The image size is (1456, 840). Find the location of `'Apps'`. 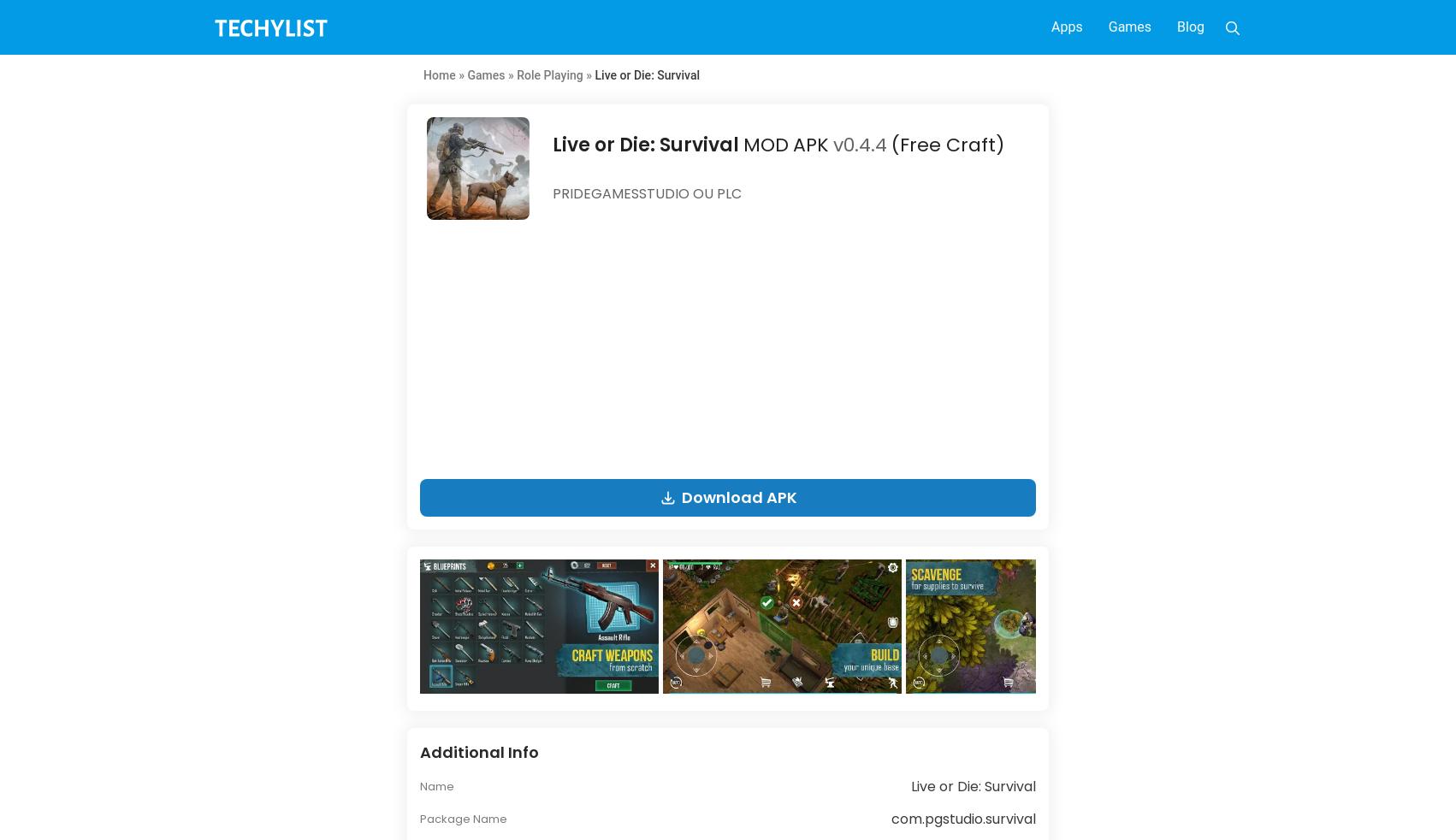

'Apps' is located at coordinates (1067, 26).